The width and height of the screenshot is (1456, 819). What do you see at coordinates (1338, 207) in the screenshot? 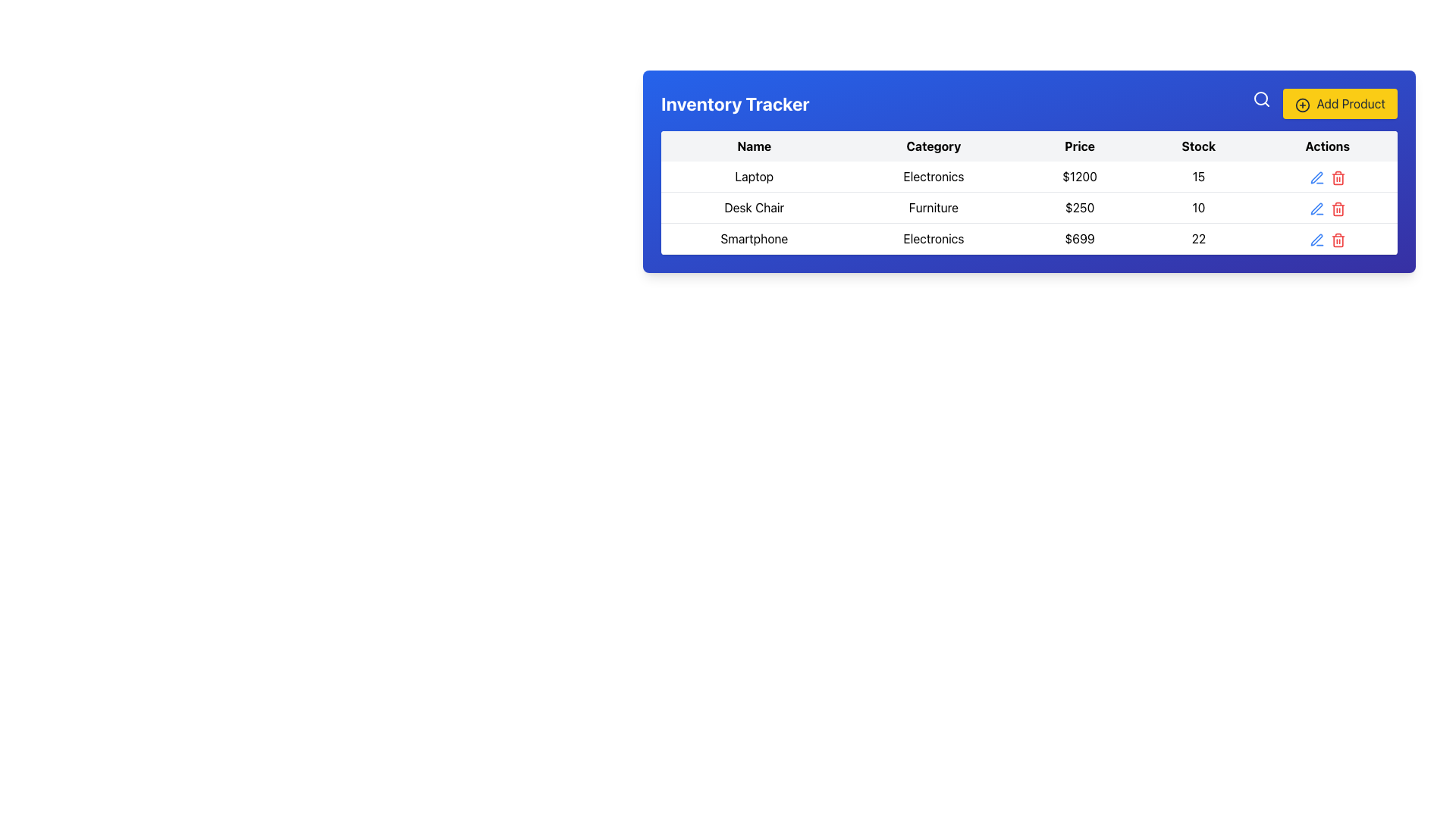
I see `the second trash bin icon in the 'Actions' column of the table` at bounding box center [1338, 207].